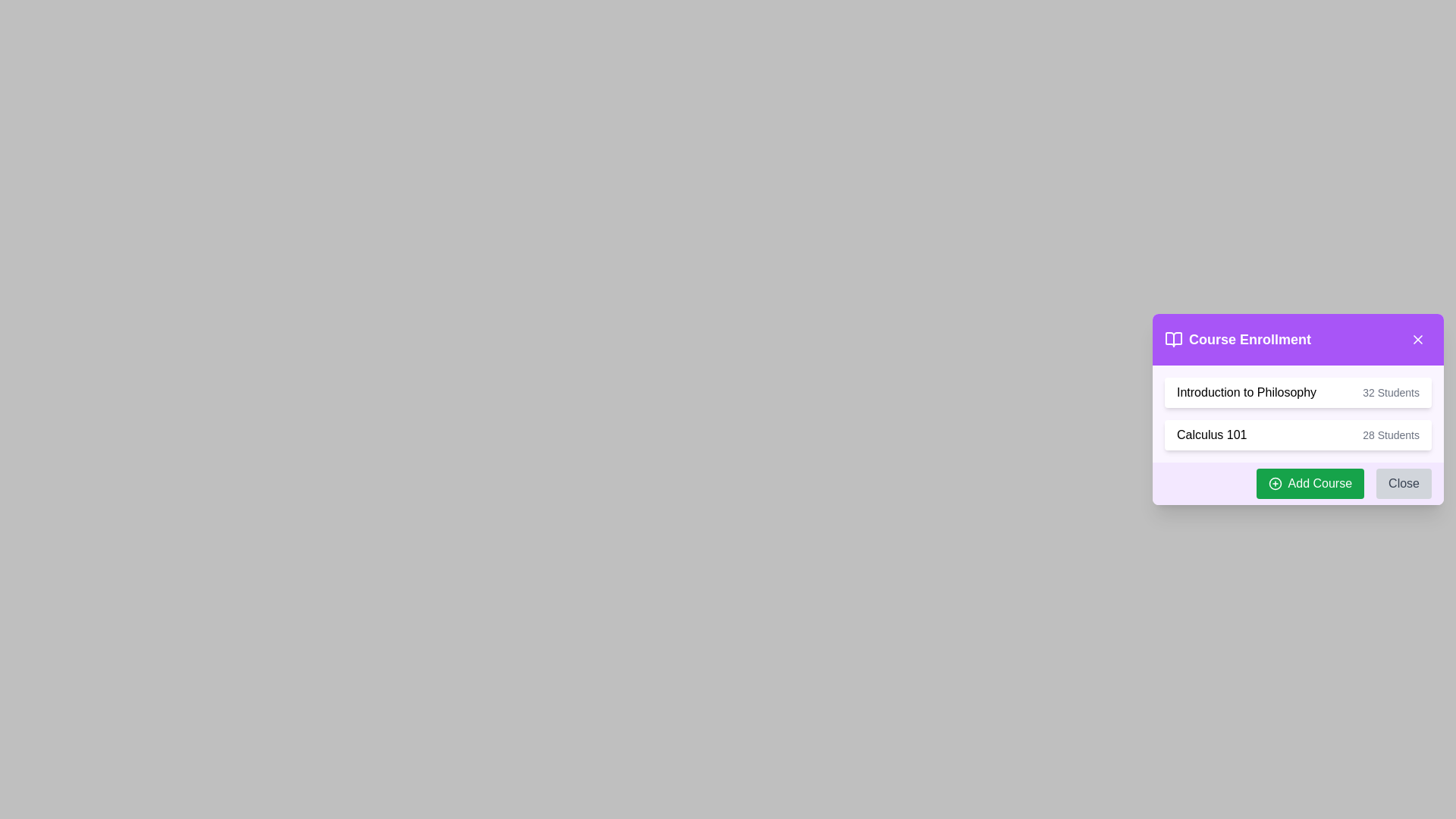 Image resolution: width=1456 pixels, height=819 pixels. I want to click on the 'Calculus 101' text label, so click(1211, 435).